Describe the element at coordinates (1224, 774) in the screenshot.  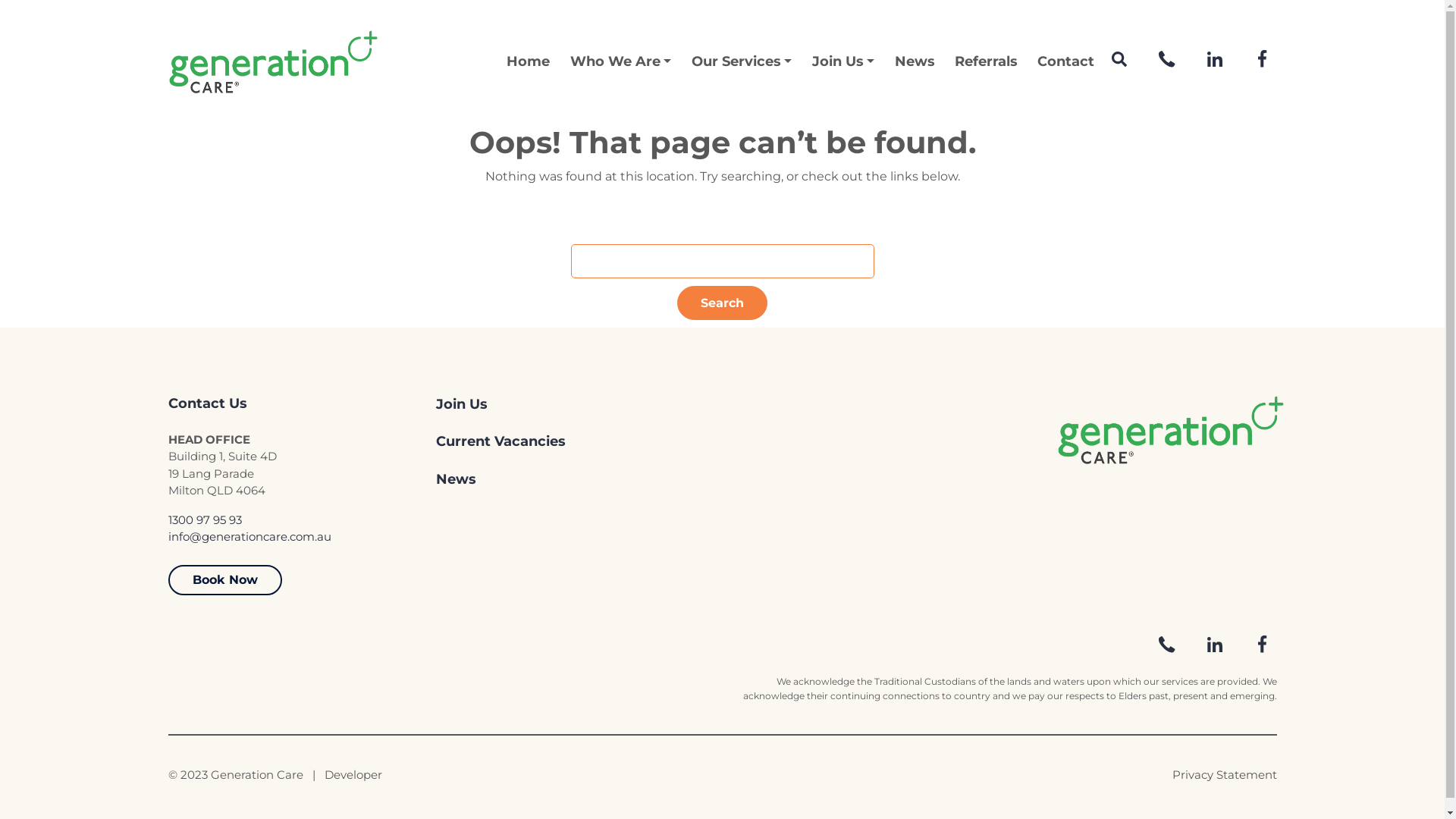
I see `'Privacy Statement'` at that location.